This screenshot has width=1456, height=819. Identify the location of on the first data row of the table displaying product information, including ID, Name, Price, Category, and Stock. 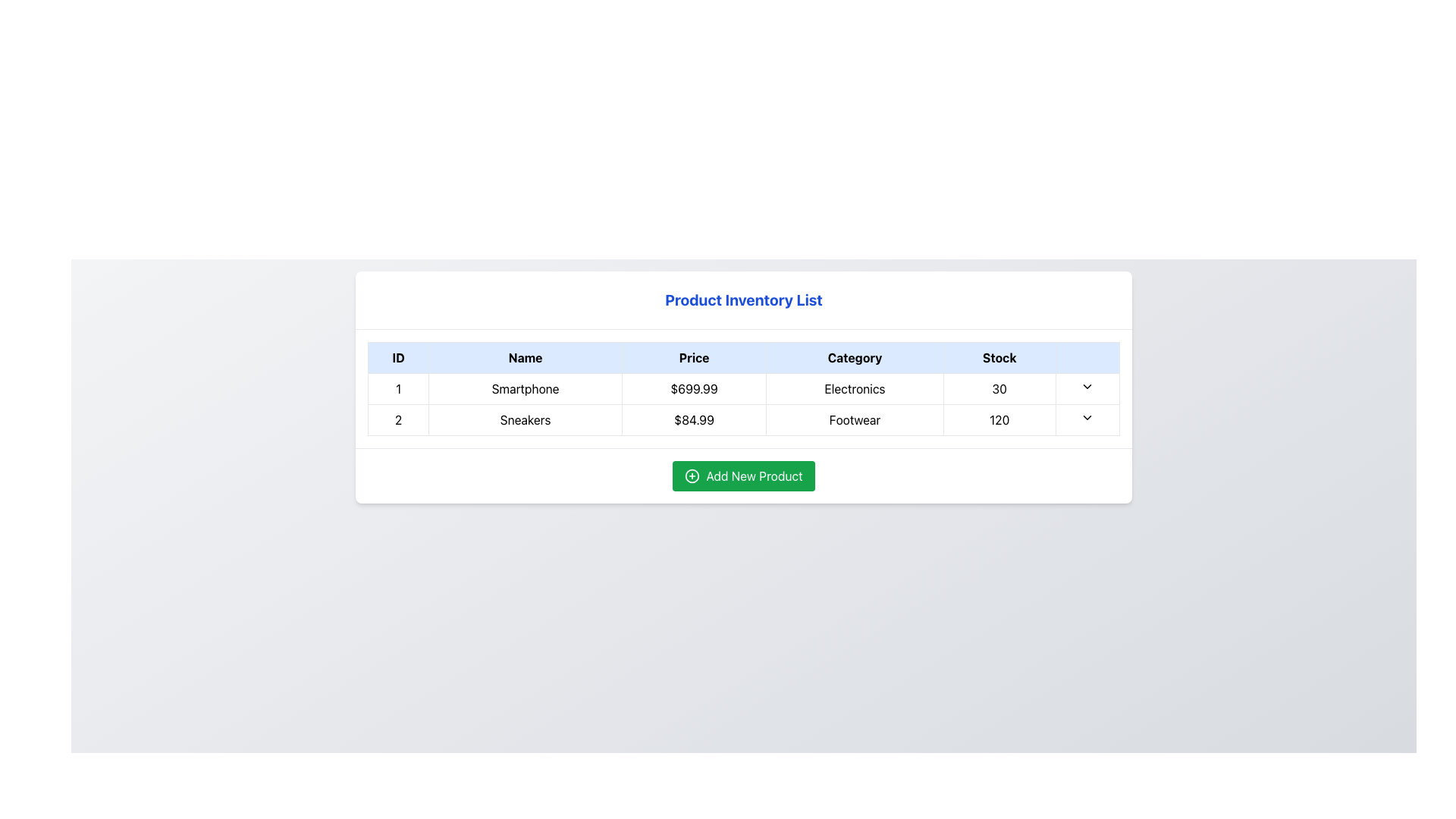
(743, 403).